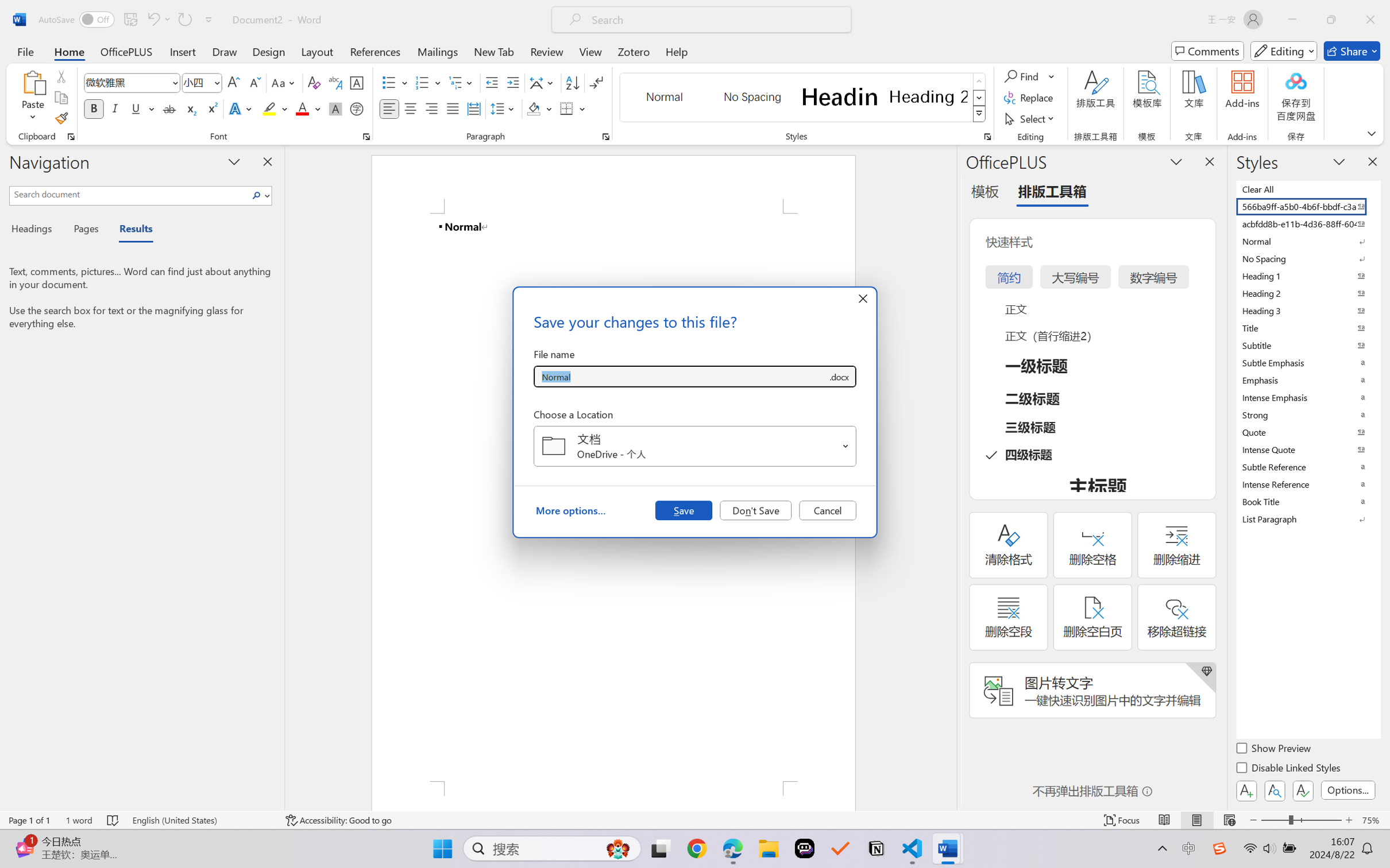  Describe the element at coordinates (987, 136) in the screenshot. I see `'Styles...'` at that location.